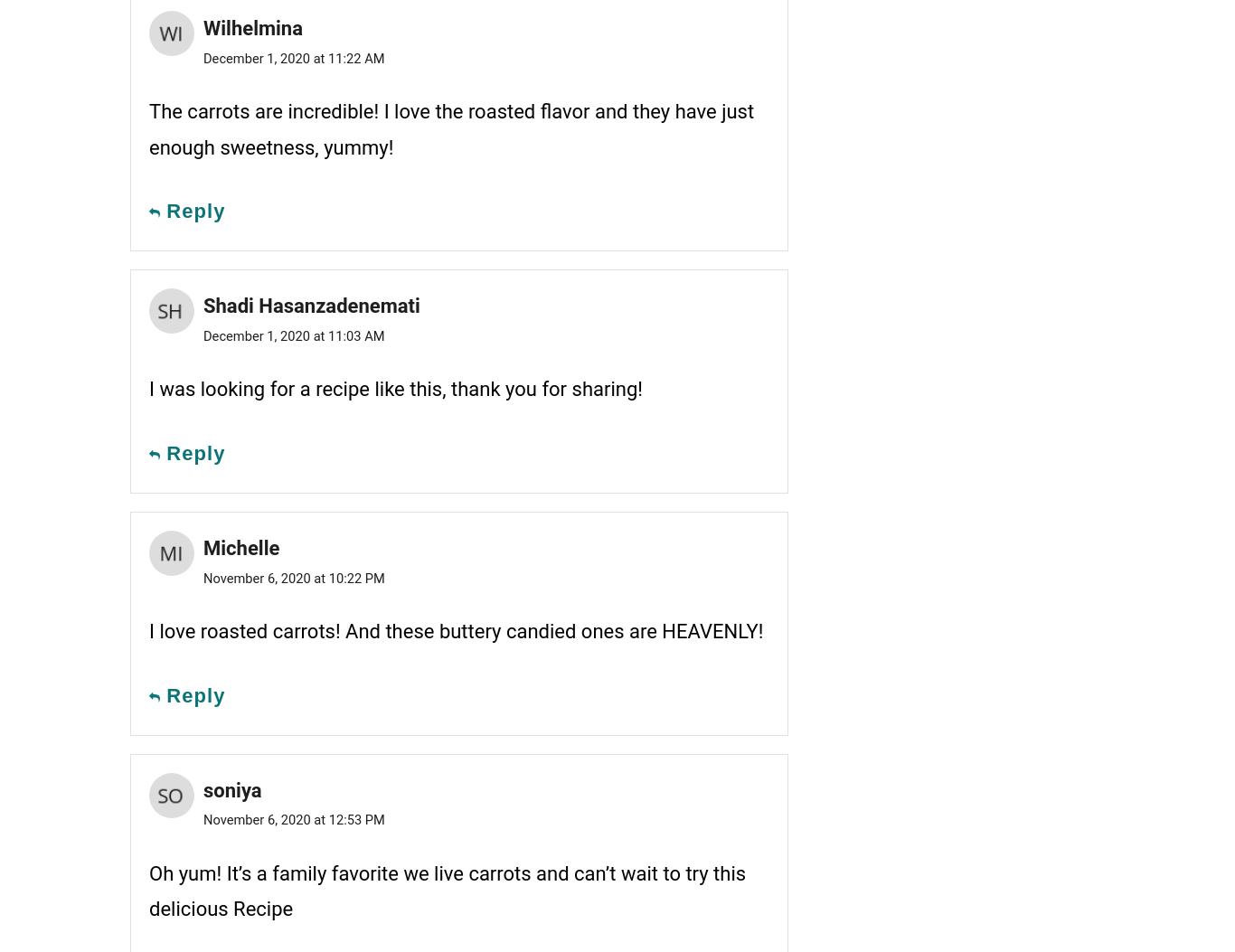 The image size is (1235, 952). Describe the element at coordinates (148, 128) in the screenshot. I see `'The carrots are incredible! I love the roasted flavor and they have just enough sweetness, yummy!'` at that location.